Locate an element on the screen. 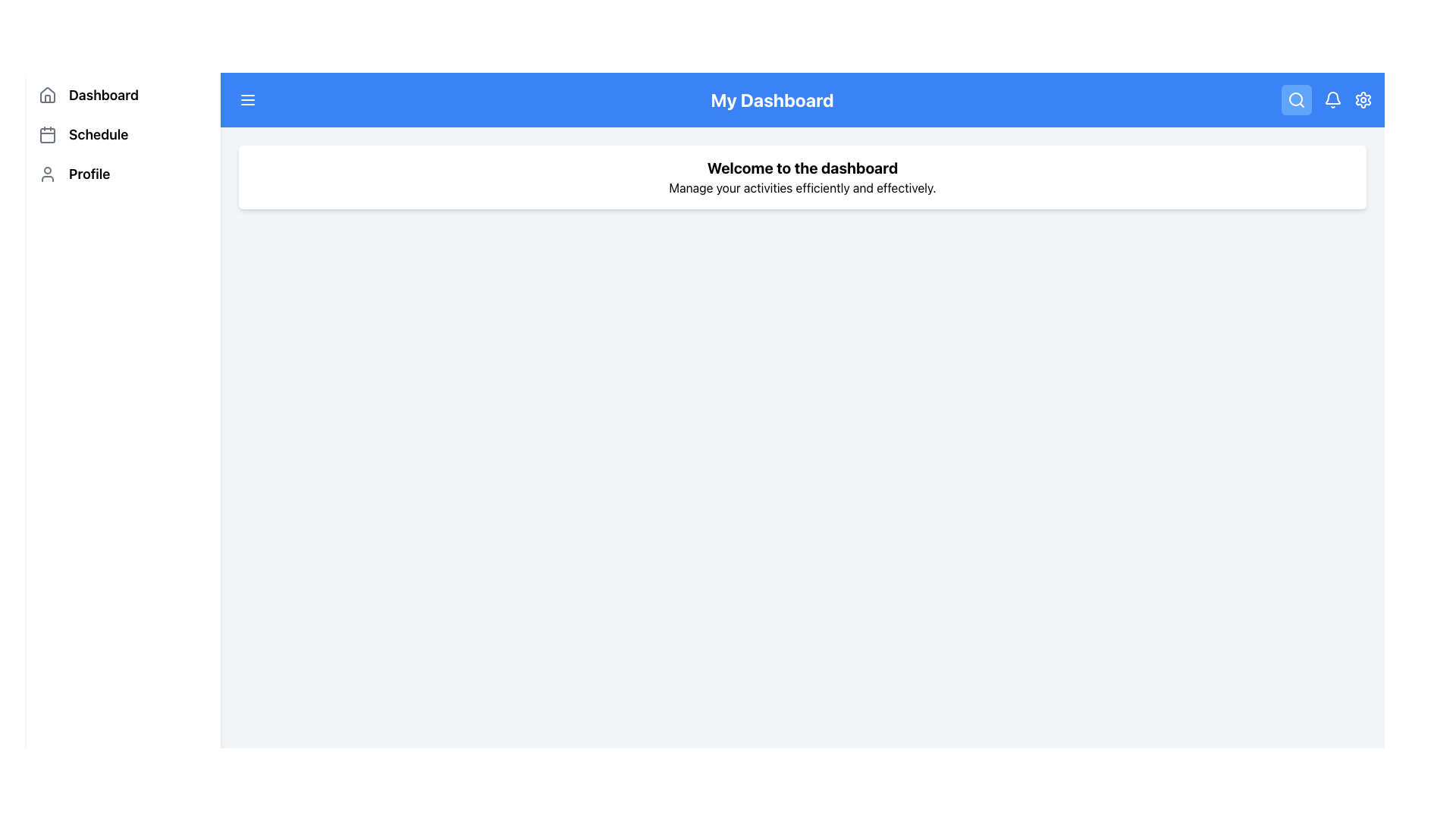 The image size is (1456, 819). the menu toggle button located at the top-left corner of the blue navigation bar is located at coordinates (247, 99).